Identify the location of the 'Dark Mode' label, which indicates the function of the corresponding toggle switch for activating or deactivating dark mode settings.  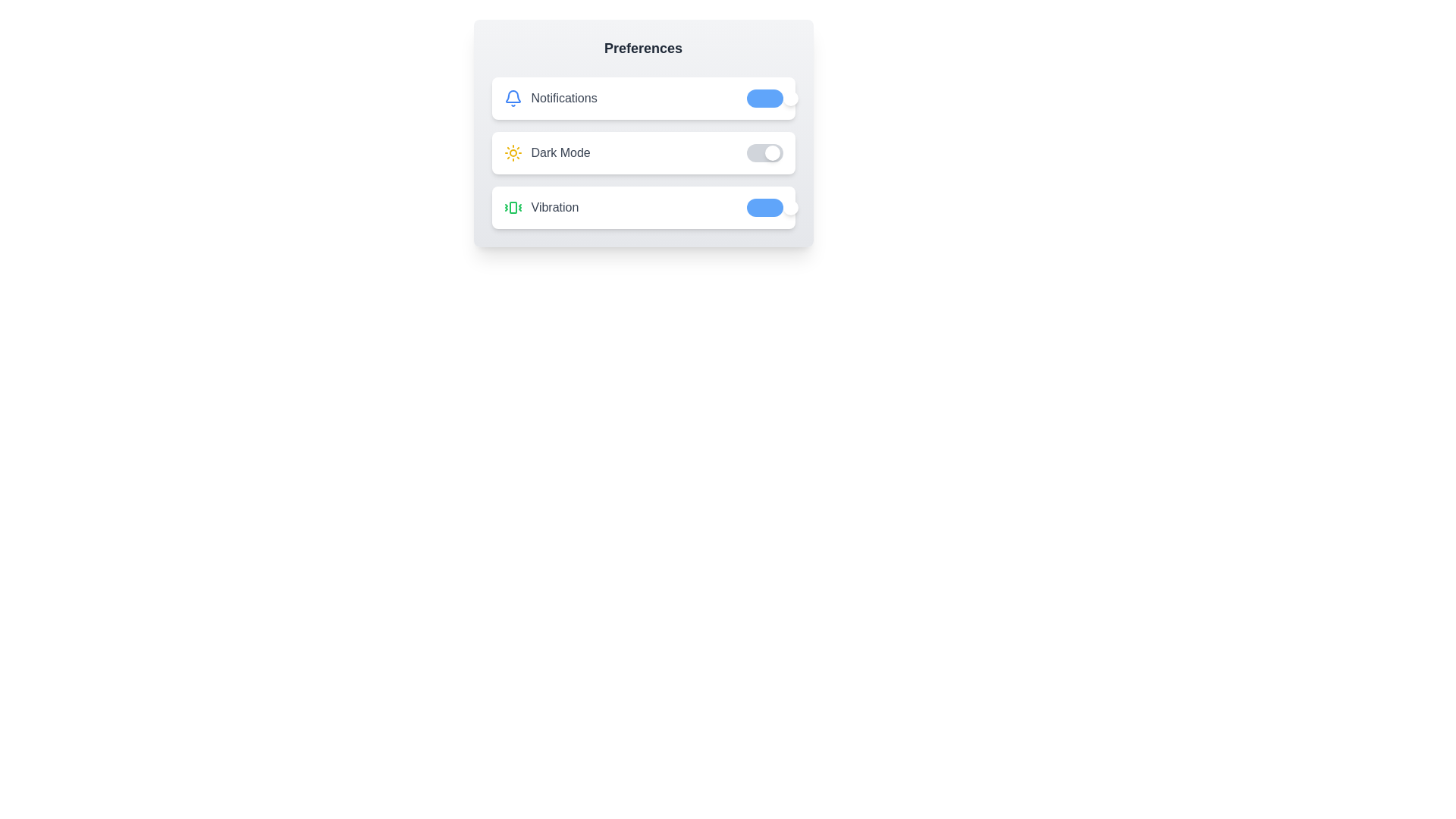
(560, 152).